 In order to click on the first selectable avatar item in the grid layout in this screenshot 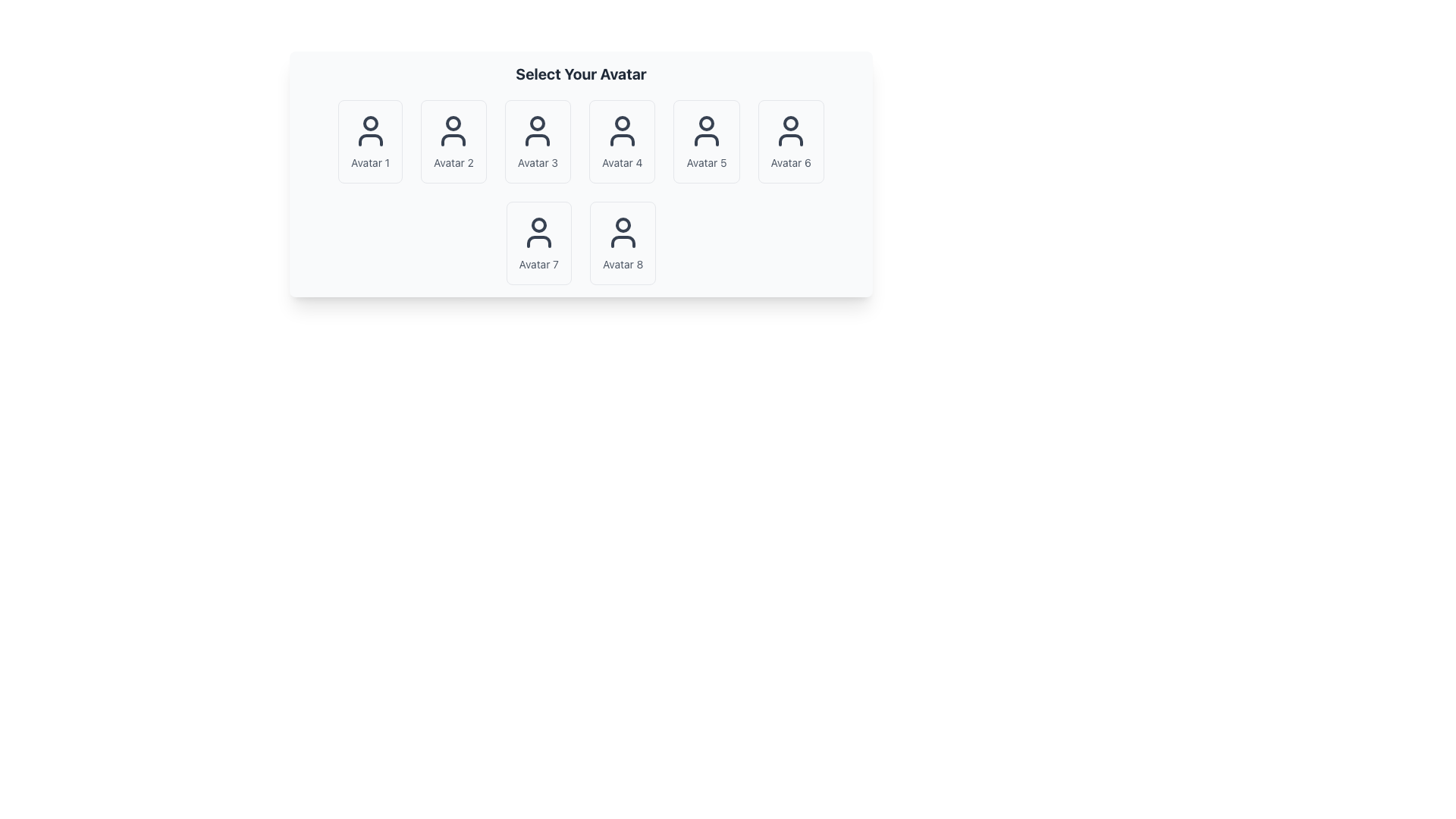, I will do `click(370, 141)`.